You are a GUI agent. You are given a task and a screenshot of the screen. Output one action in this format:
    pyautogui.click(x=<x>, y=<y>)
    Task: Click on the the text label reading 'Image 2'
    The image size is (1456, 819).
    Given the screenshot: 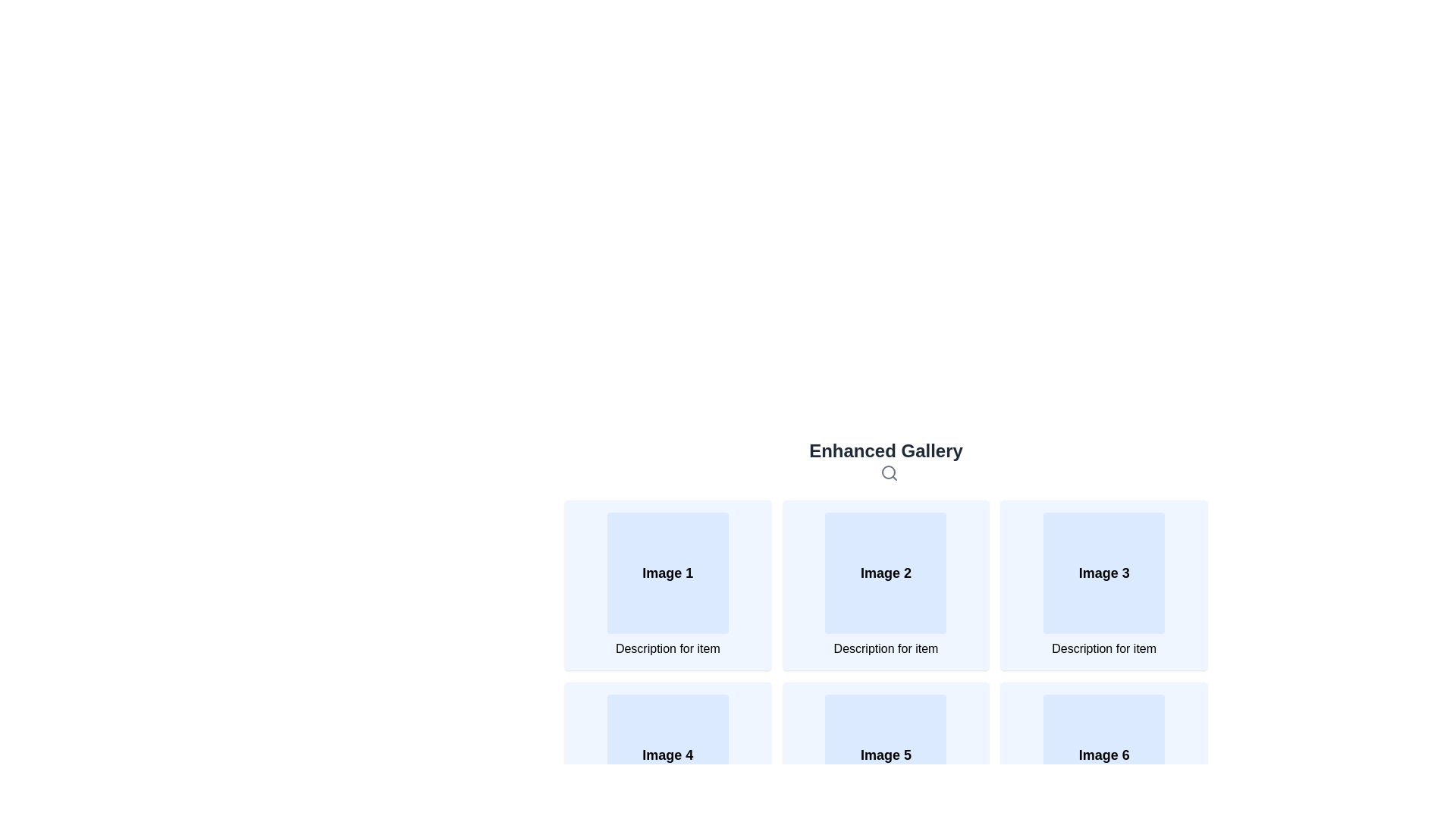 What is the action you would take?
    pyautogui.click(x=886, y=573)
    